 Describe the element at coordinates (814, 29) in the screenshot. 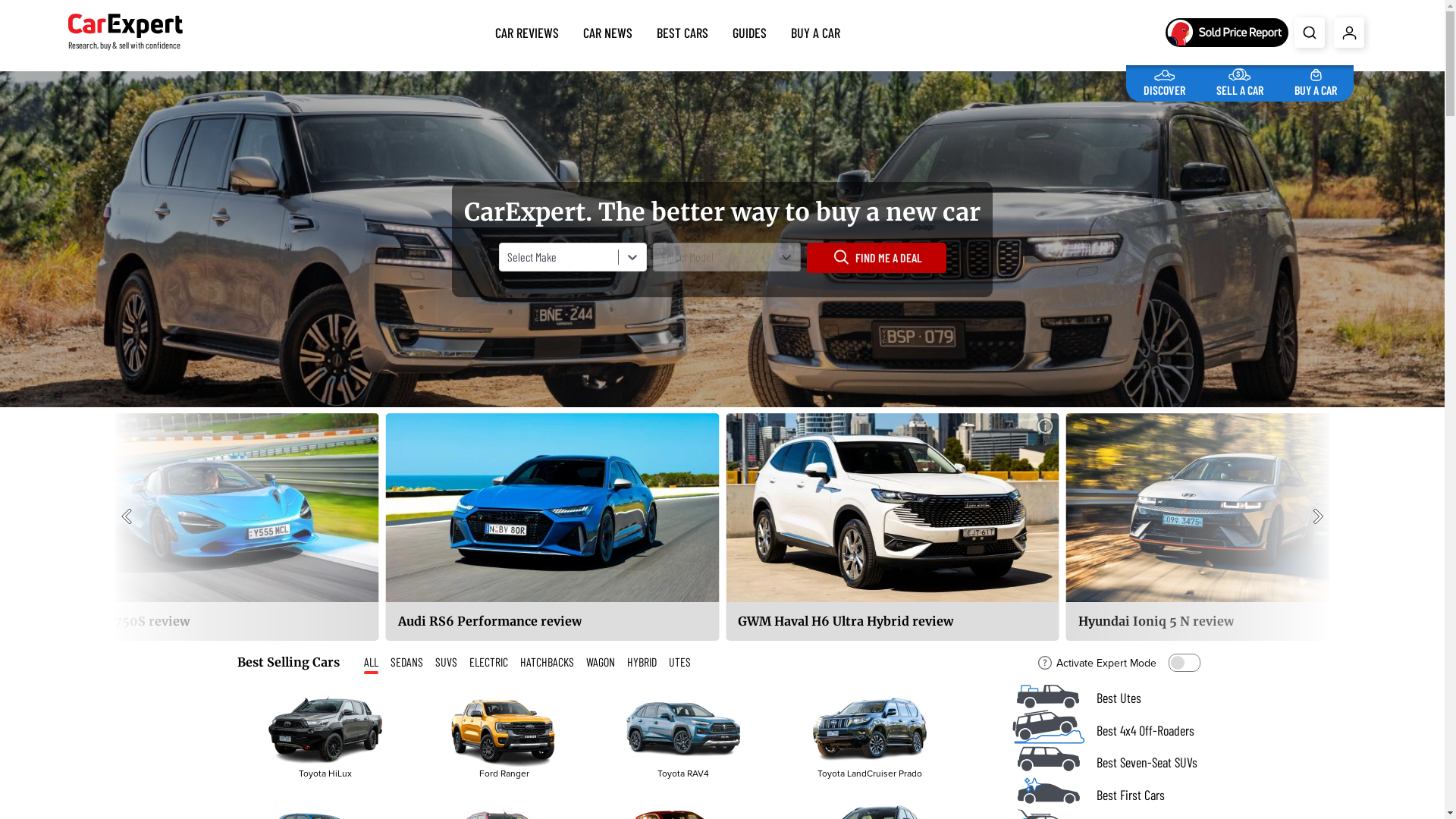

I see `'BUY A CAR'` at that location.